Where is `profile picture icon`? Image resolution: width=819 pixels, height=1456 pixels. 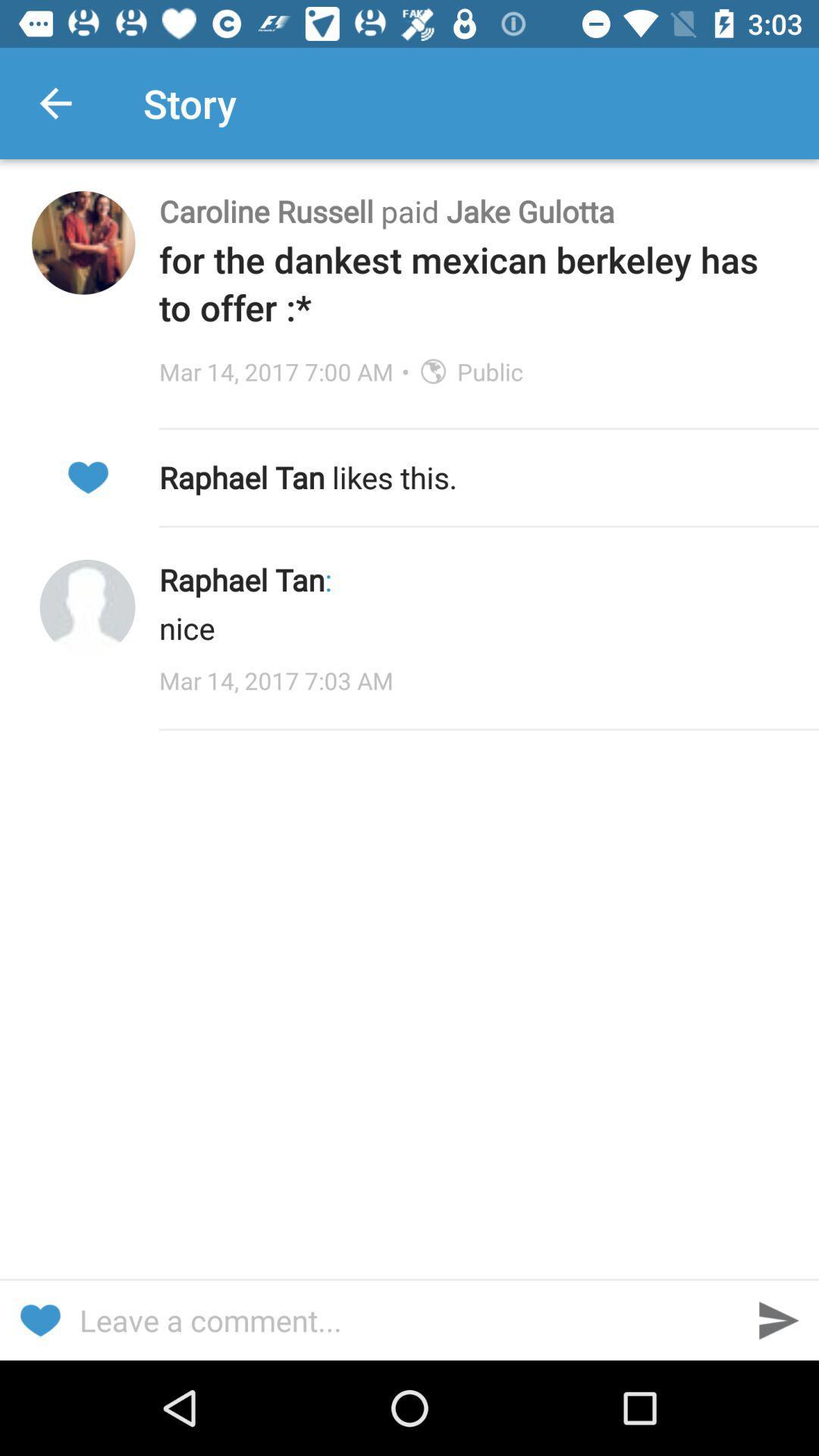 profile picture icon is located at coordinates (87, 607).